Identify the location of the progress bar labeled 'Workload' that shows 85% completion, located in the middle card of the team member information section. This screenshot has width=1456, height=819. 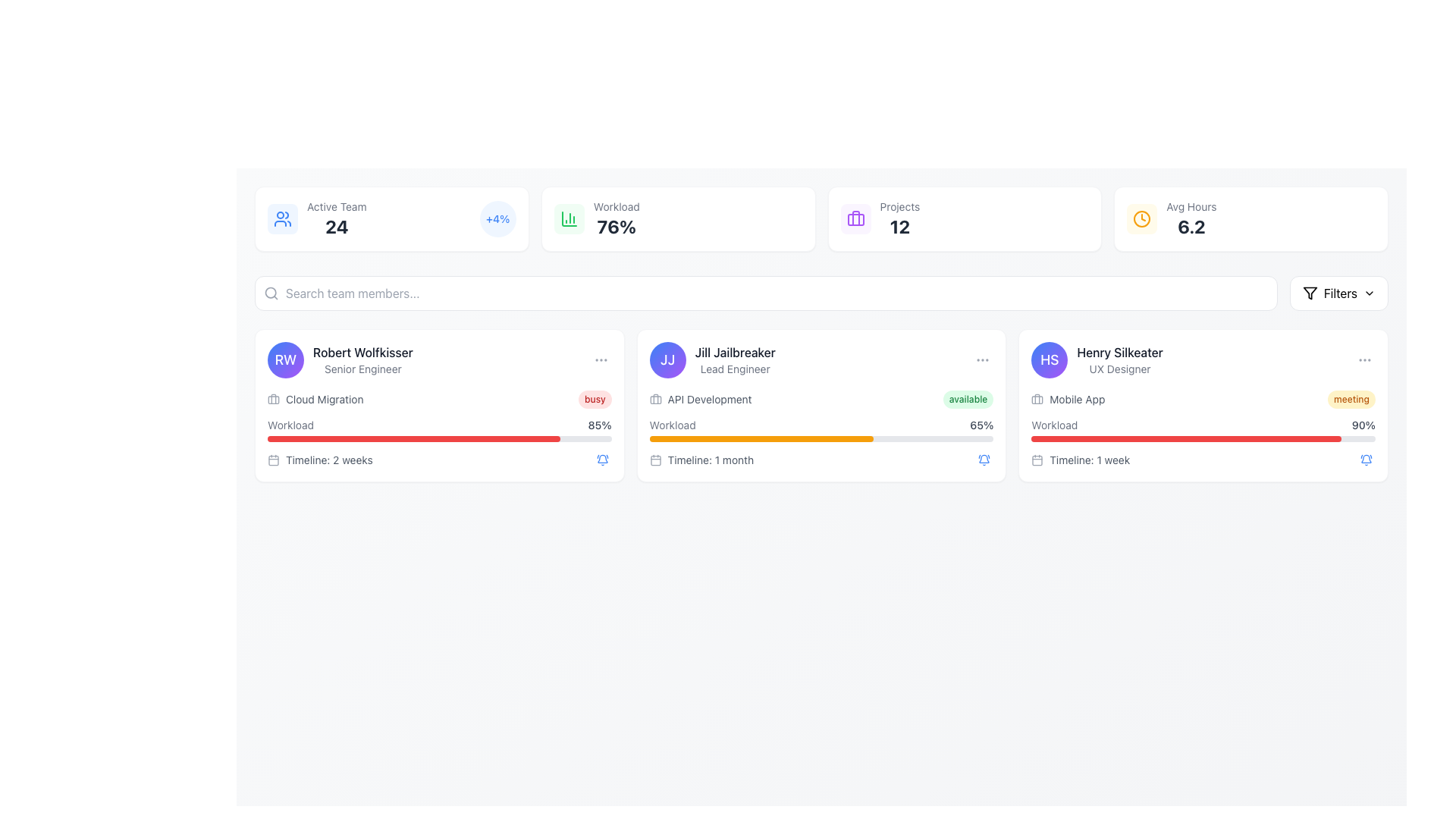
(438, 438).